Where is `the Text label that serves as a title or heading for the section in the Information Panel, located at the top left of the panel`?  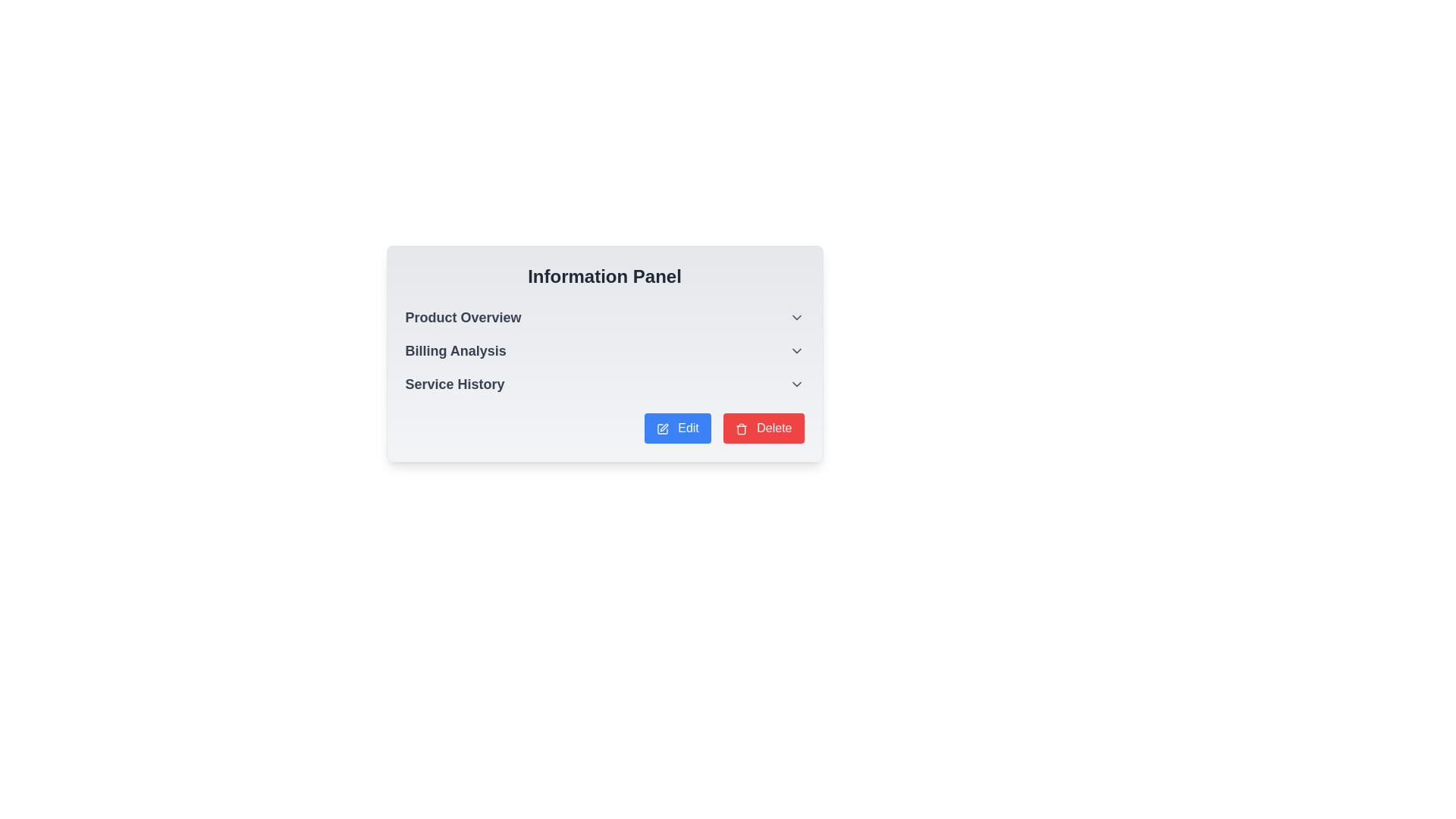
the Text label that serves as a title or heading for the section in the Information Panel, located at the top left of the panel is located at coordinates (462, 317).